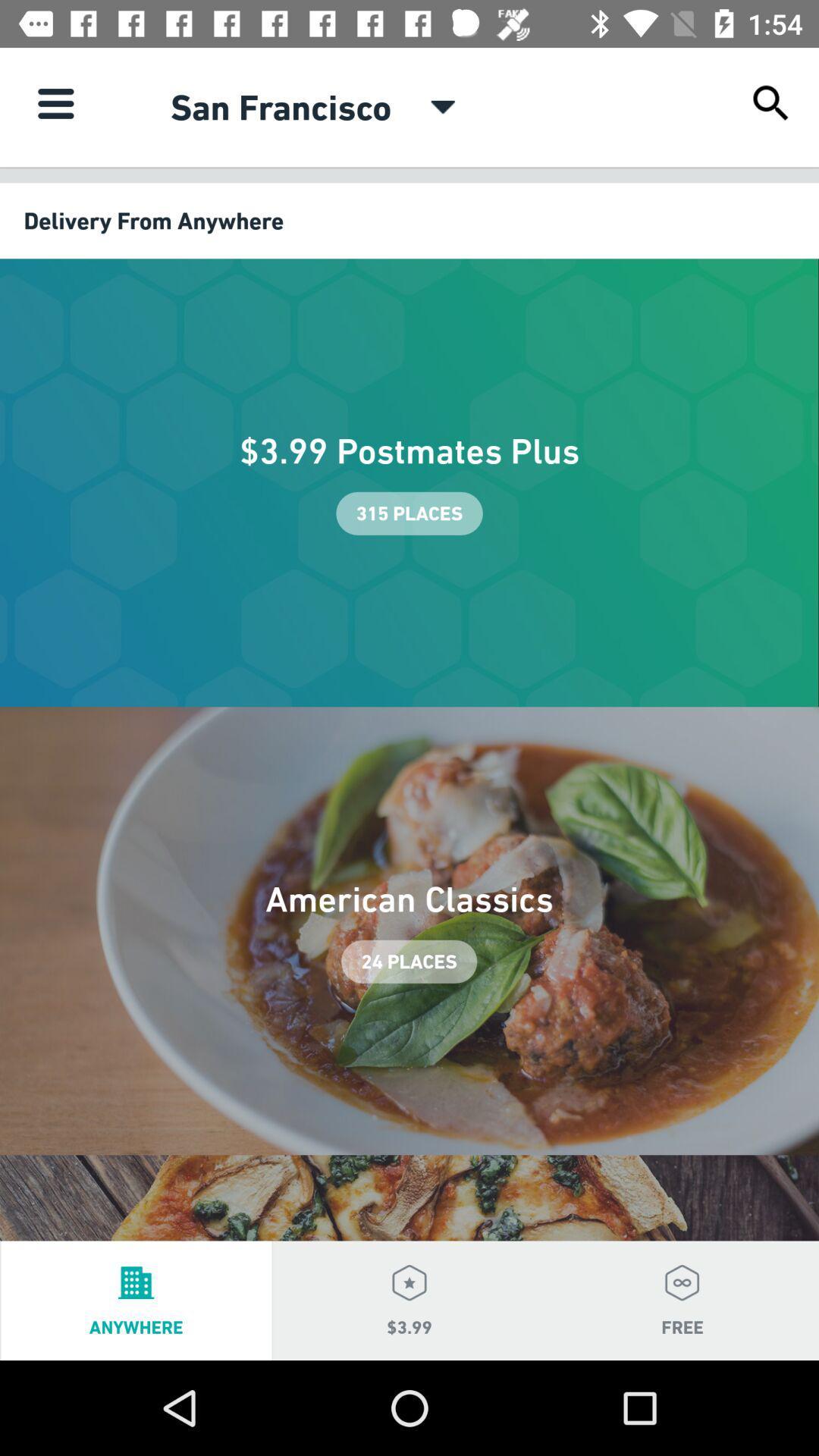 The image size is (819, 1456). Describe the element at coordinates (55, 102) in the screenshot. I see `item at the top left corner` at that location.